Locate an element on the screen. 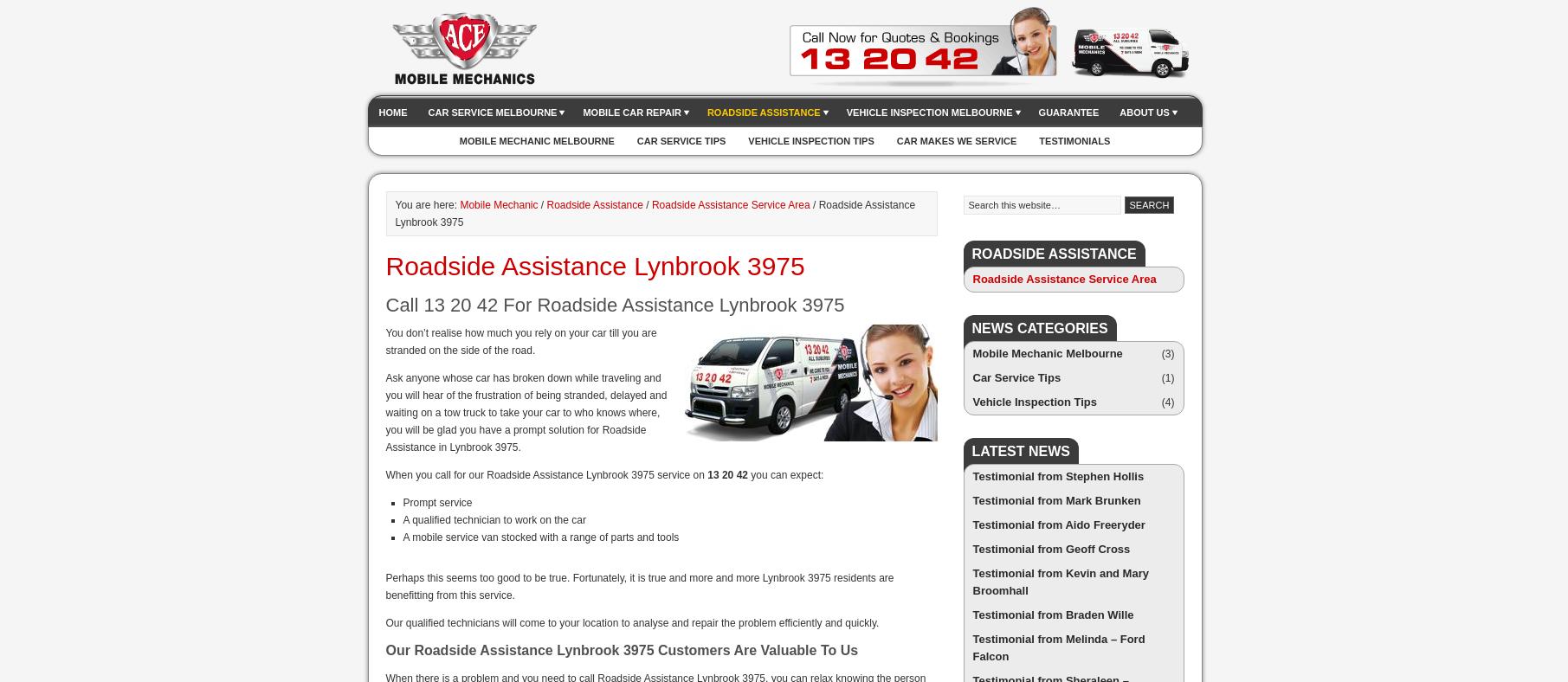  'Perhaps this seems too good to be true. Fortunately, it is true and more and more Lynbrook 3975 residents are benefitting from this service.' is located at coordinates (384, 585).